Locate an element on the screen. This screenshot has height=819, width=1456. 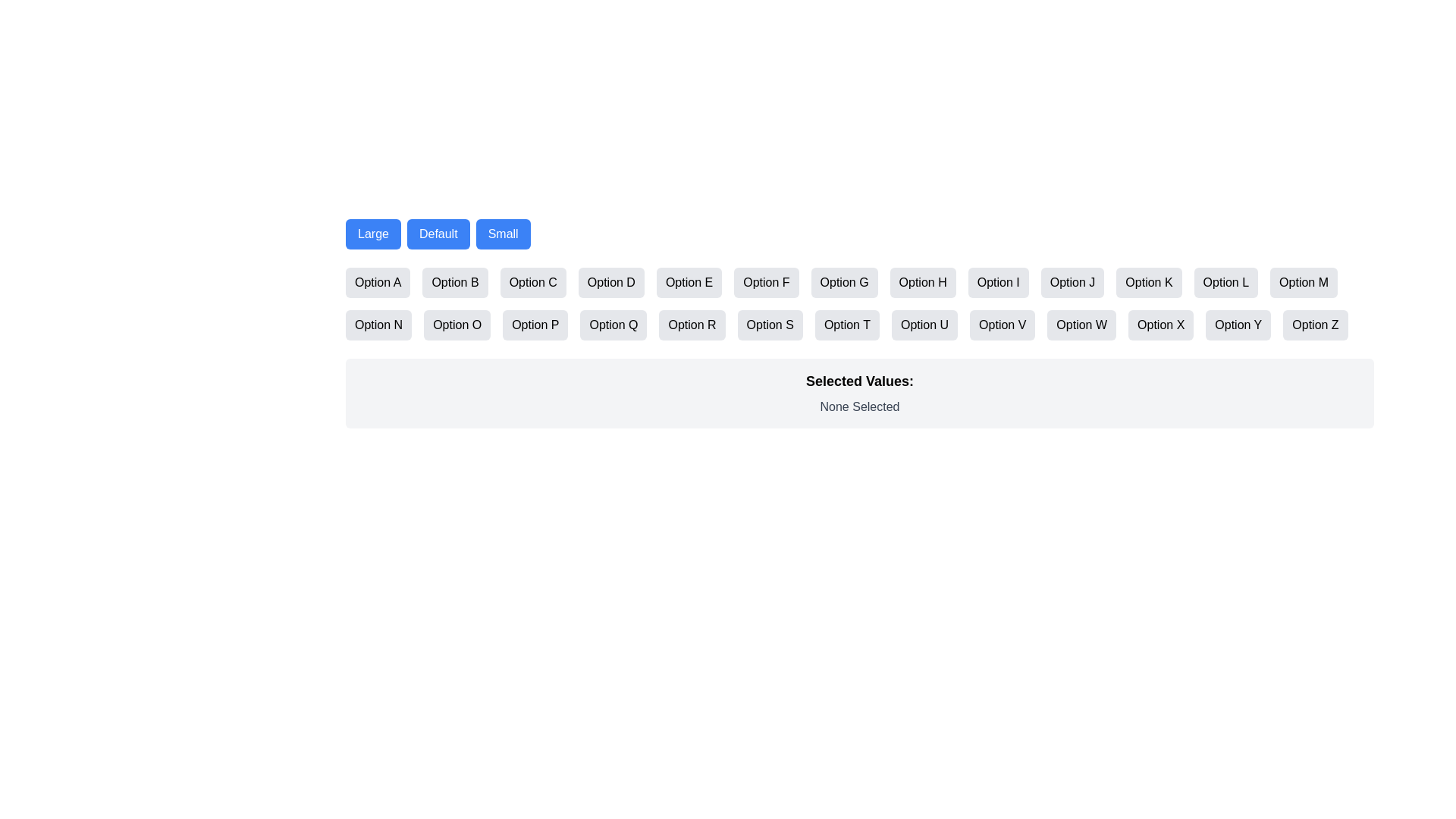
the 'Option R' button, which is the 18th item in a horizontally arranged grid of buttons, located in the second row between 'Option Q' and 'Option S' is located at coordinates (691, 324).